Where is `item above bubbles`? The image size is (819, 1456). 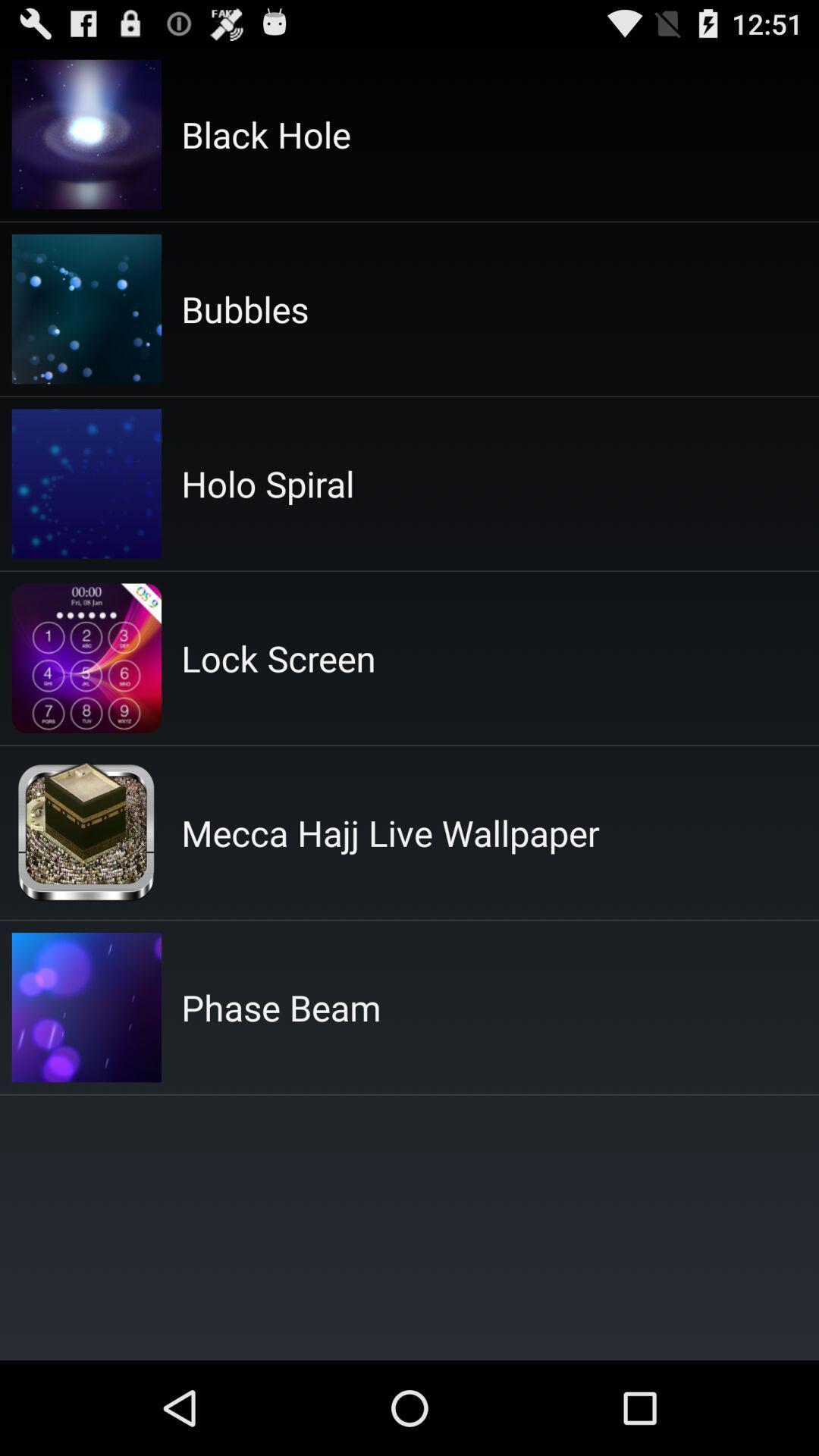 item above bubbles is located at coordinates (265, 134).